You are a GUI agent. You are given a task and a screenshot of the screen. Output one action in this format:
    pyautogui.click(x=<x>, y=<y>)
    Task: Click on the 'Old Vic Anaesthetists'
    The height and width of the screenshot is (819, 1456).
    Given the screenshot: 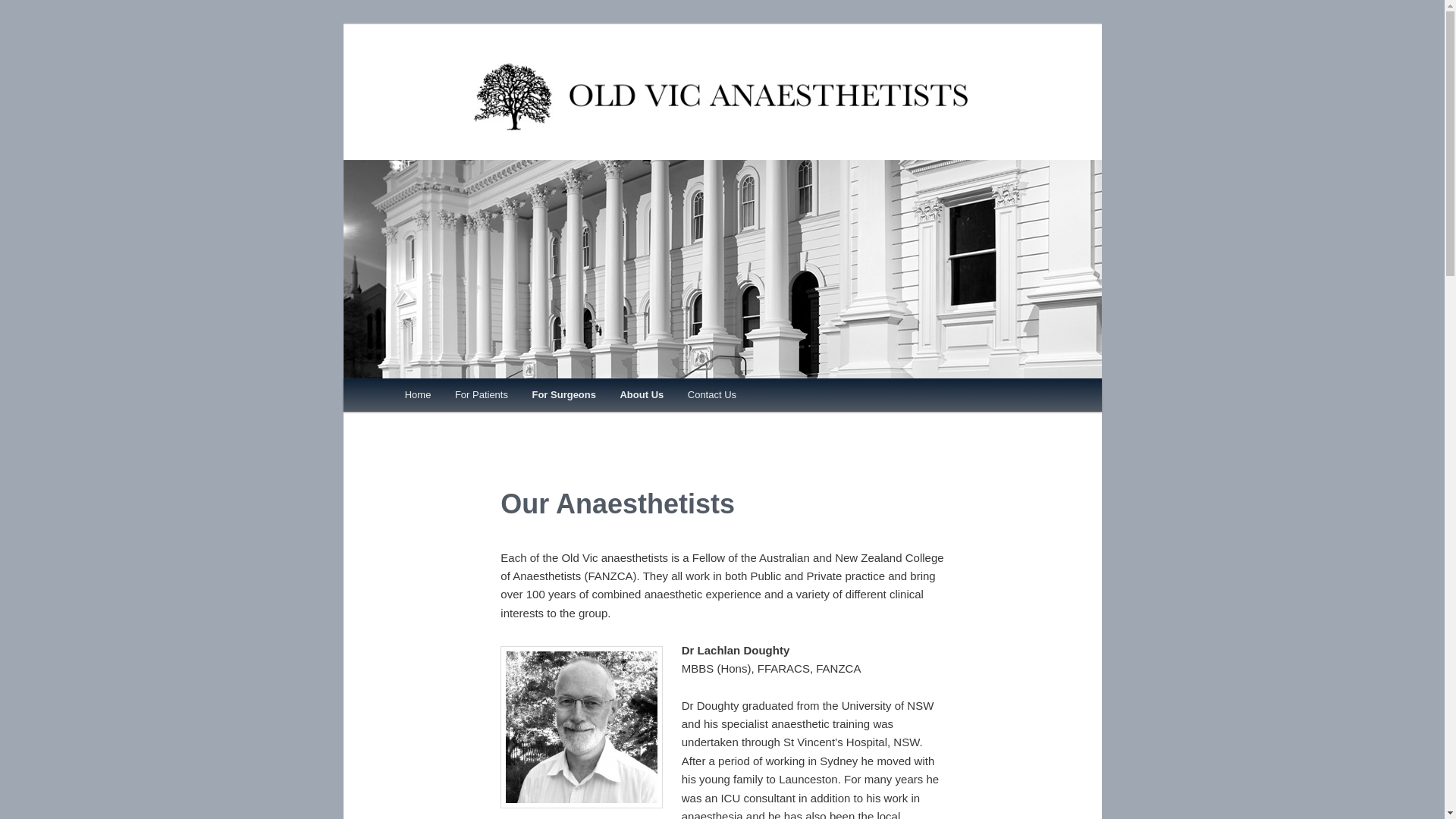 What is the action you would take?
    pyautogui.click(x=720, y=150)
    